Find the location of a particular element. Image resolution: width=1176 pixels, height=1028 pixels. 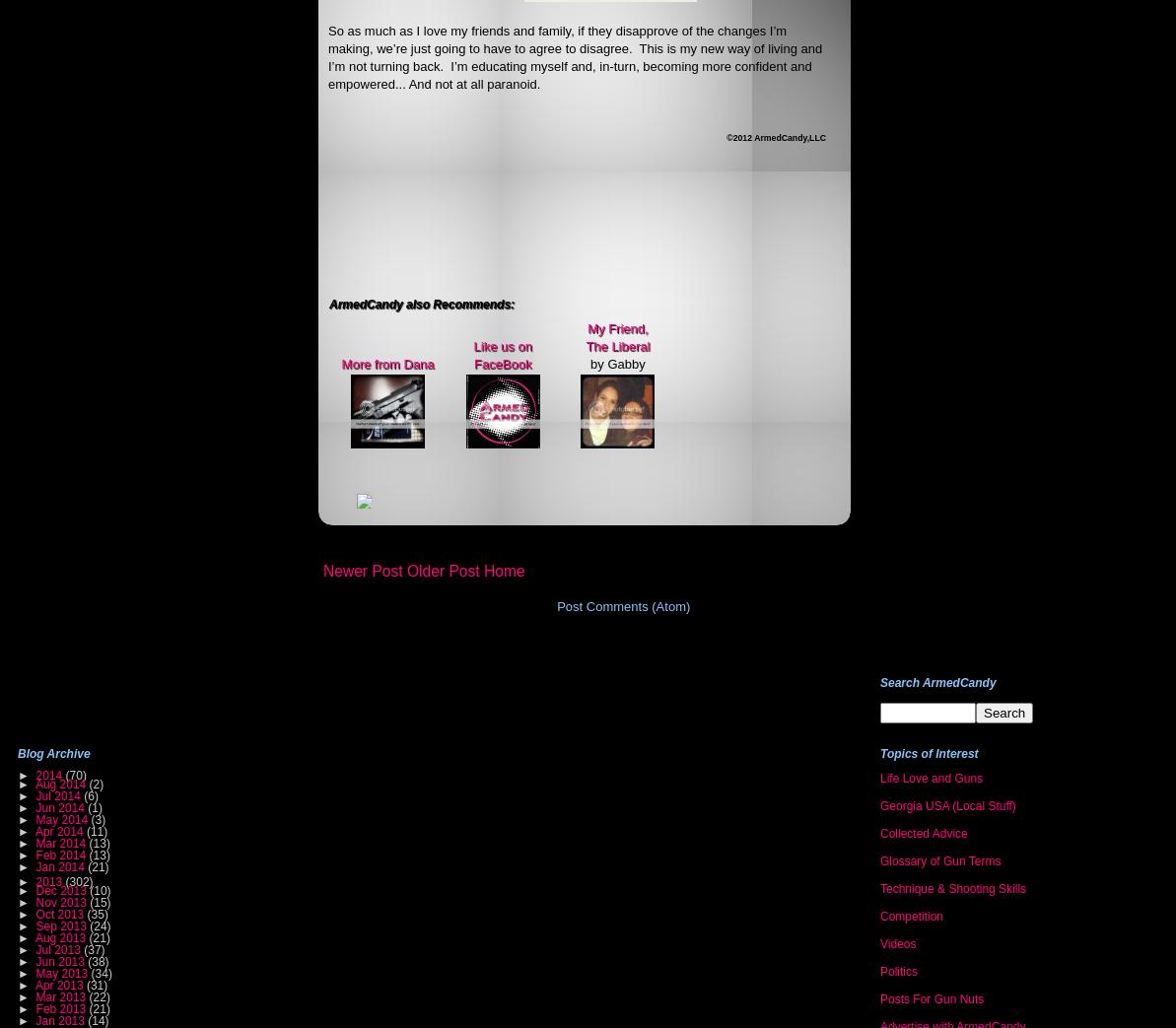

'Jun 2014' is located at coordinates (60, 805).